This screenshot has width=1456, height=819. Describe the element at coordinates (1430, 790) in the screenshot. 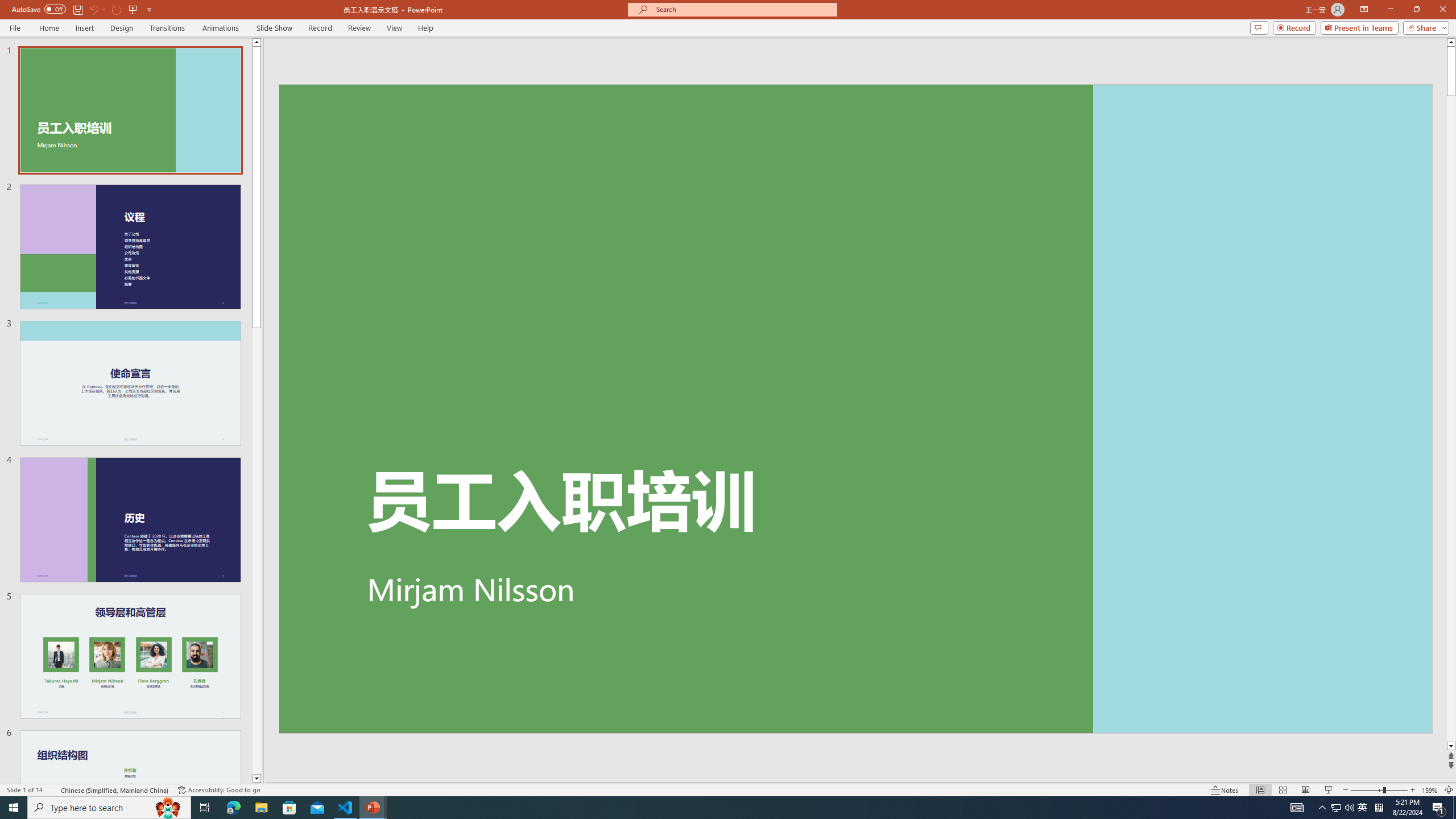

I see `'Zoom 159%'` at that location.